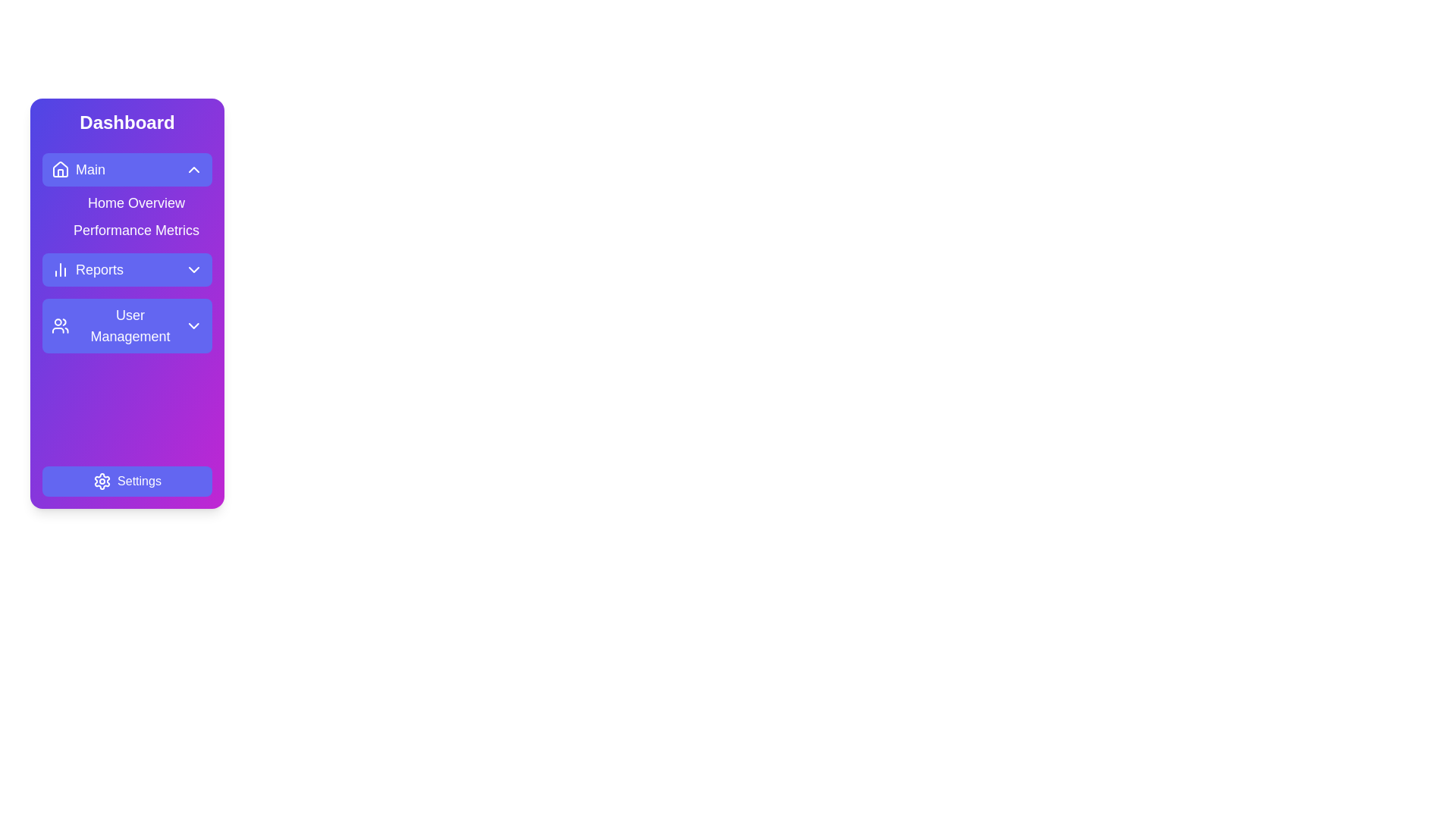 Image resolution: width=1456 pixels, height=819 pixels. What do you see at coordinates (127, 253) in the screenshot?
I see `the navigation menu item in the vertical sidebar` at bounding box center [127, 253].